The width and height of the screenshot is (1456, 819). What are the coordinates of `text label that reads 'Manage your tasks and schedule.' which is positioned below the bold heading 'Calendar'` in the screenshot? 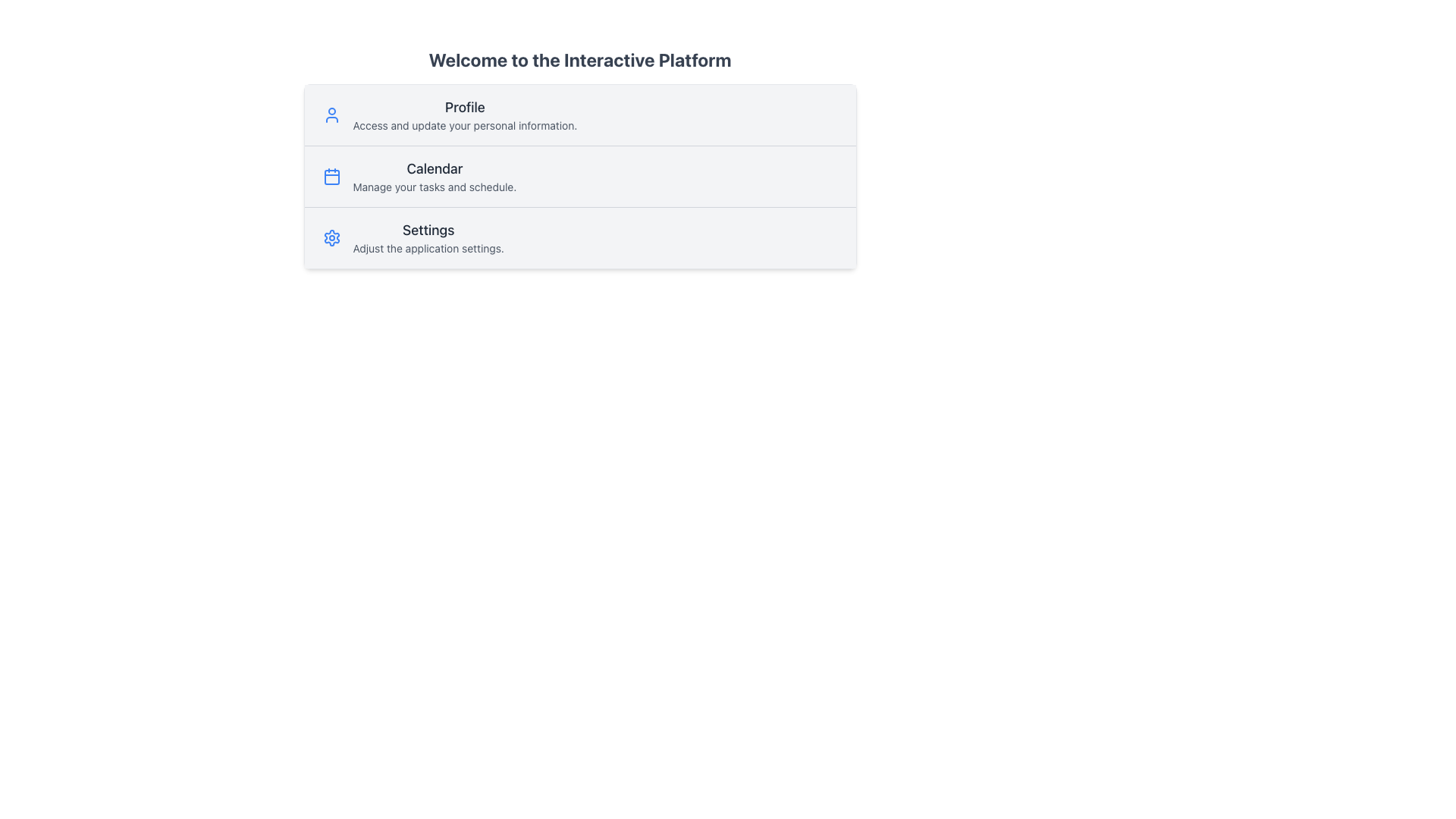 It's located at (434, 186).